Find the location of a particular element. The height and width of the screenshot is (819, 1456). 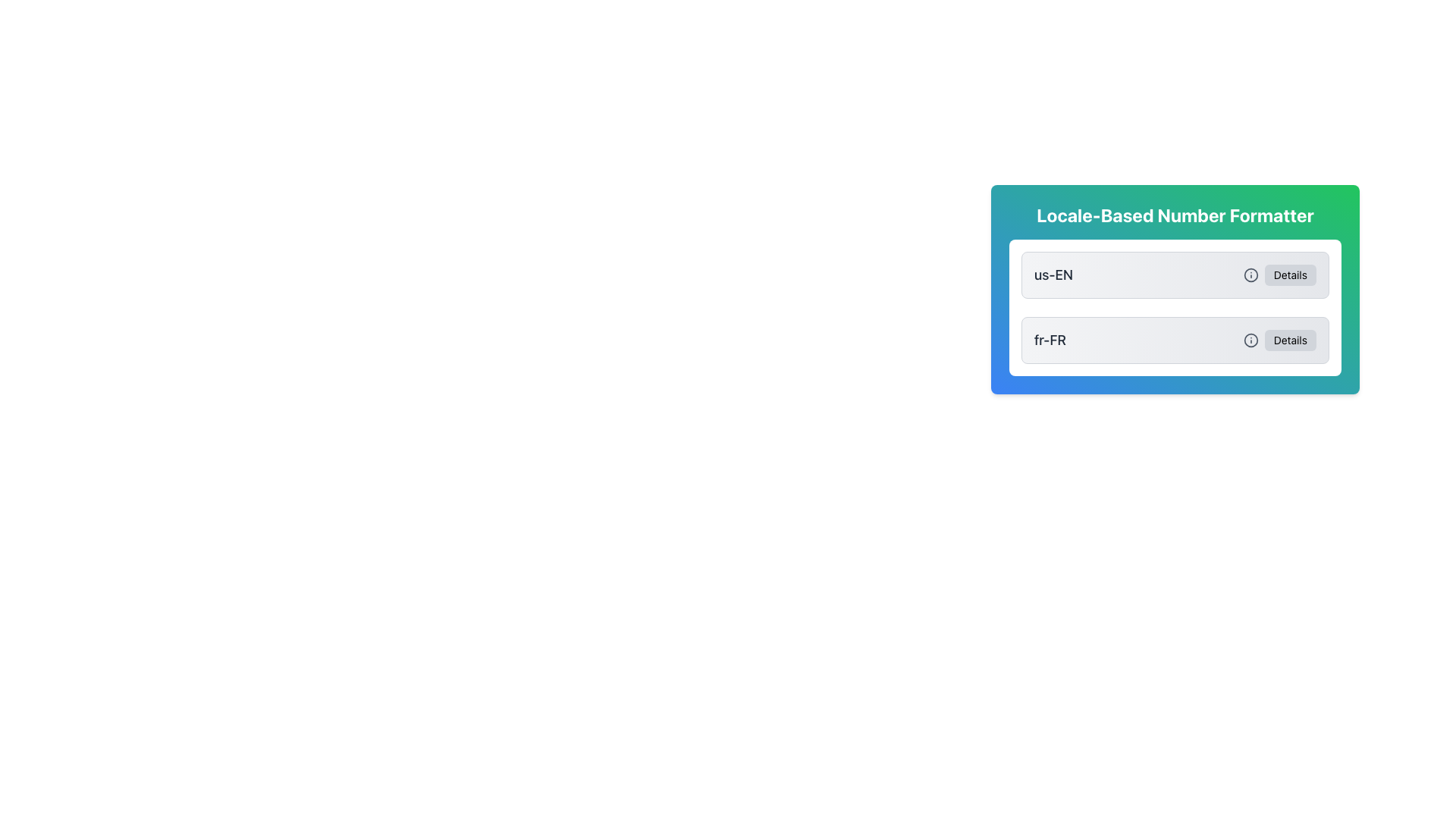

the 'Details' button located to the right of the 'fr-FR' locale code is located at coordinates (1279, 339).